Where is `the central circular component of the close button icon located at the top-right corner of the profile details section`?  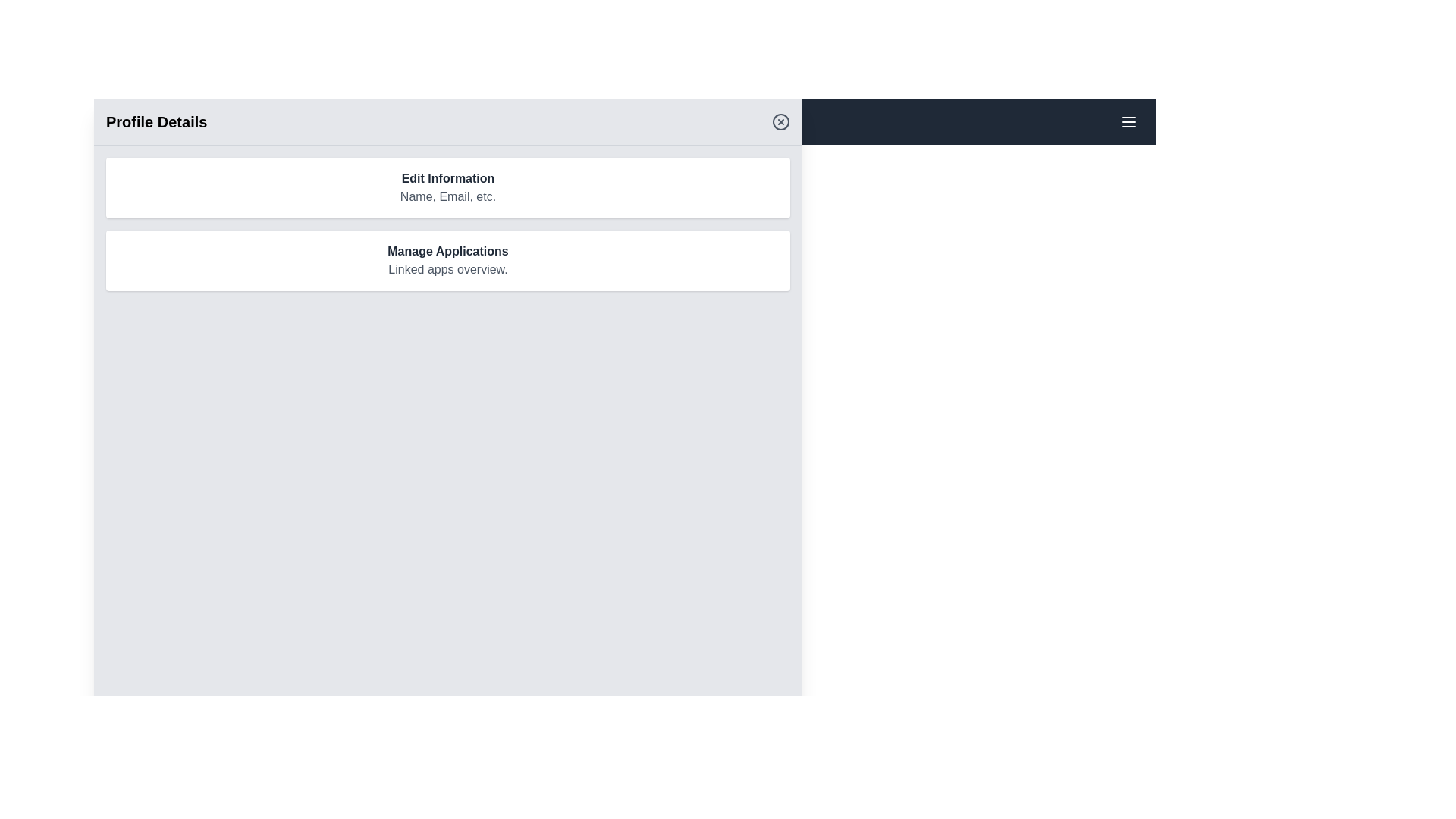
the central circular component of the close button icon located at the top-right corner of the profile details section is located at coordinates (781, 121).